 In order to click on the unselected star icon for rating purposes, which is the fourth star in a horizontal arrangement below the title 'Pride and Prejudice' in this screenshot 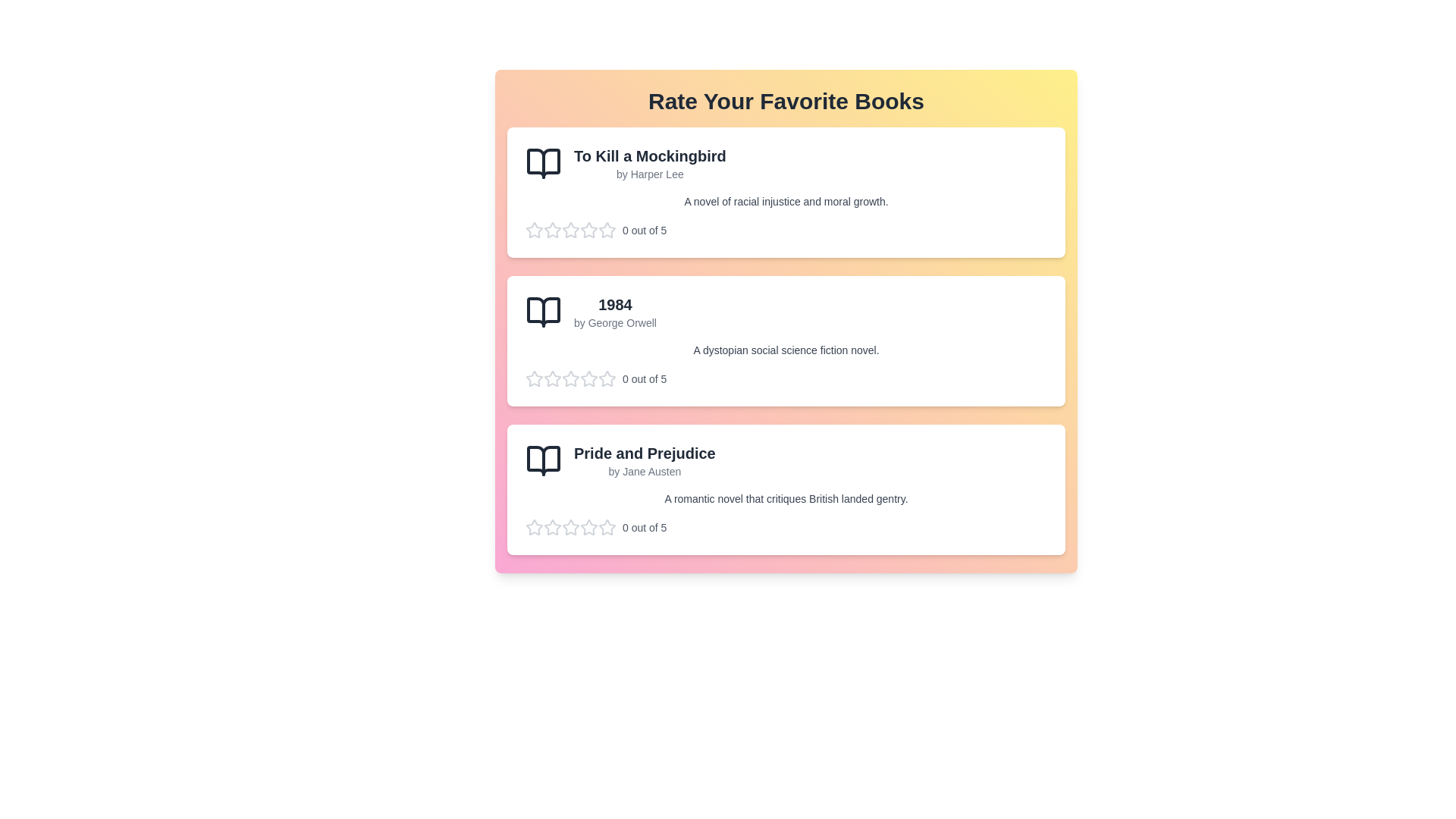, I will do `click(570, 526)`.